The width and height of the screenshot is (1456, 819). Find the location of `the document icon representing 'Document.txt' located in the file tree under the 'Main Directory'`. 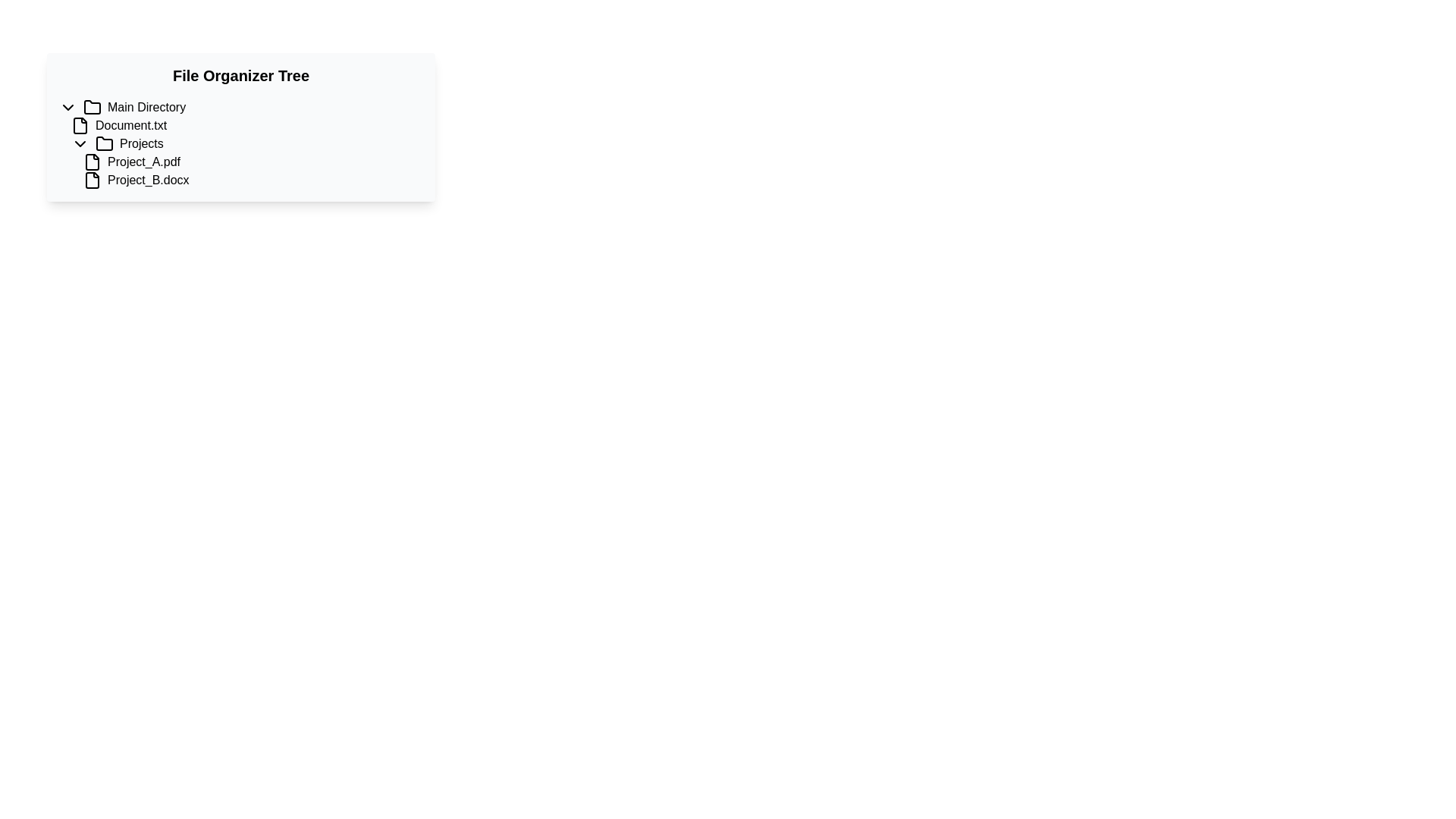

the document icon representing 'Document.txt' located in the file tree under the 'Main Directory' is located at coordinates (79, 124).